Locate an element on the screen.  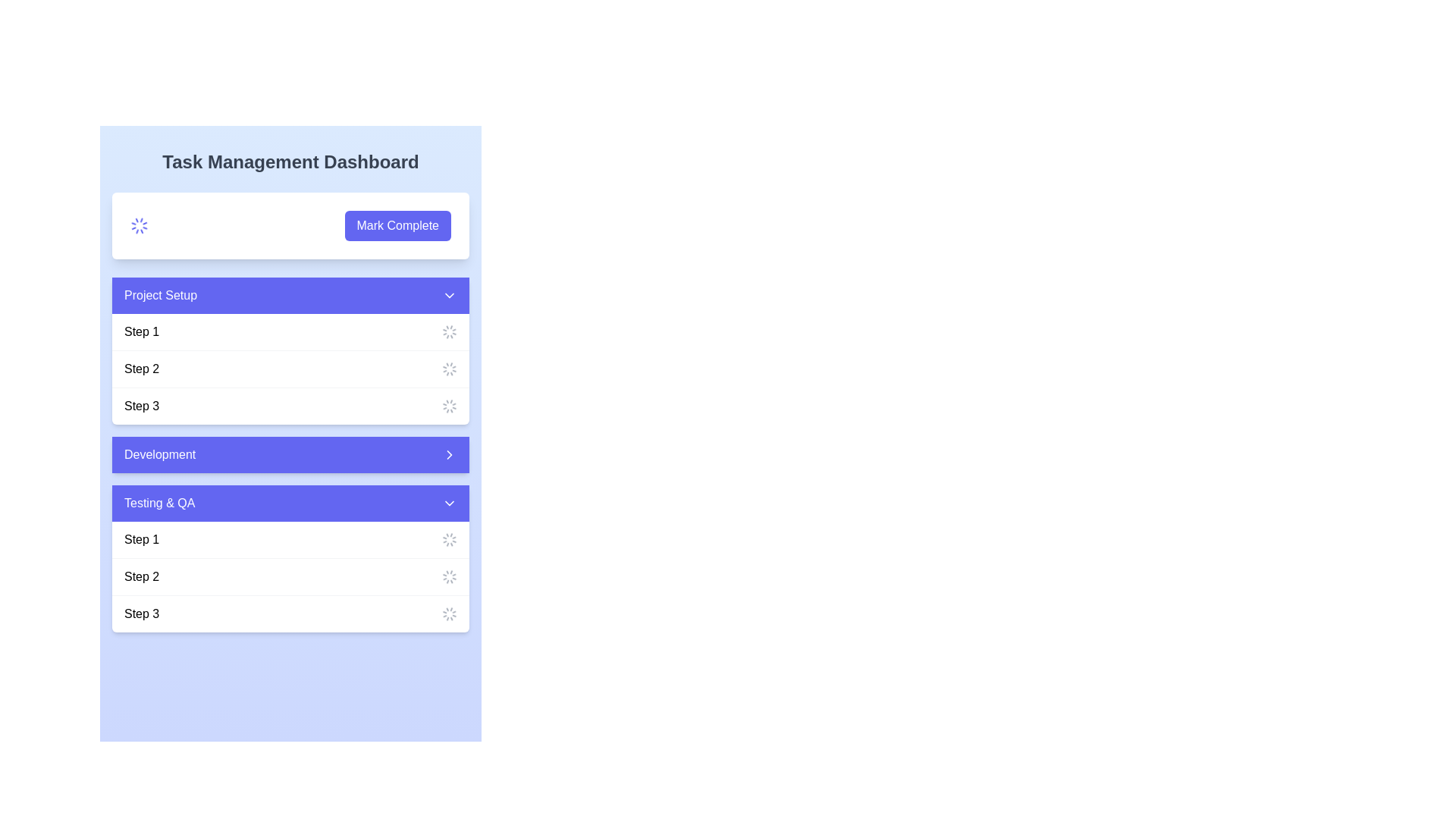
the Loader icon located to the far right of the 'Step 2' entry in the 'Testing & QA' section to indicate ongoing processing is located at coordinates (449, 576).